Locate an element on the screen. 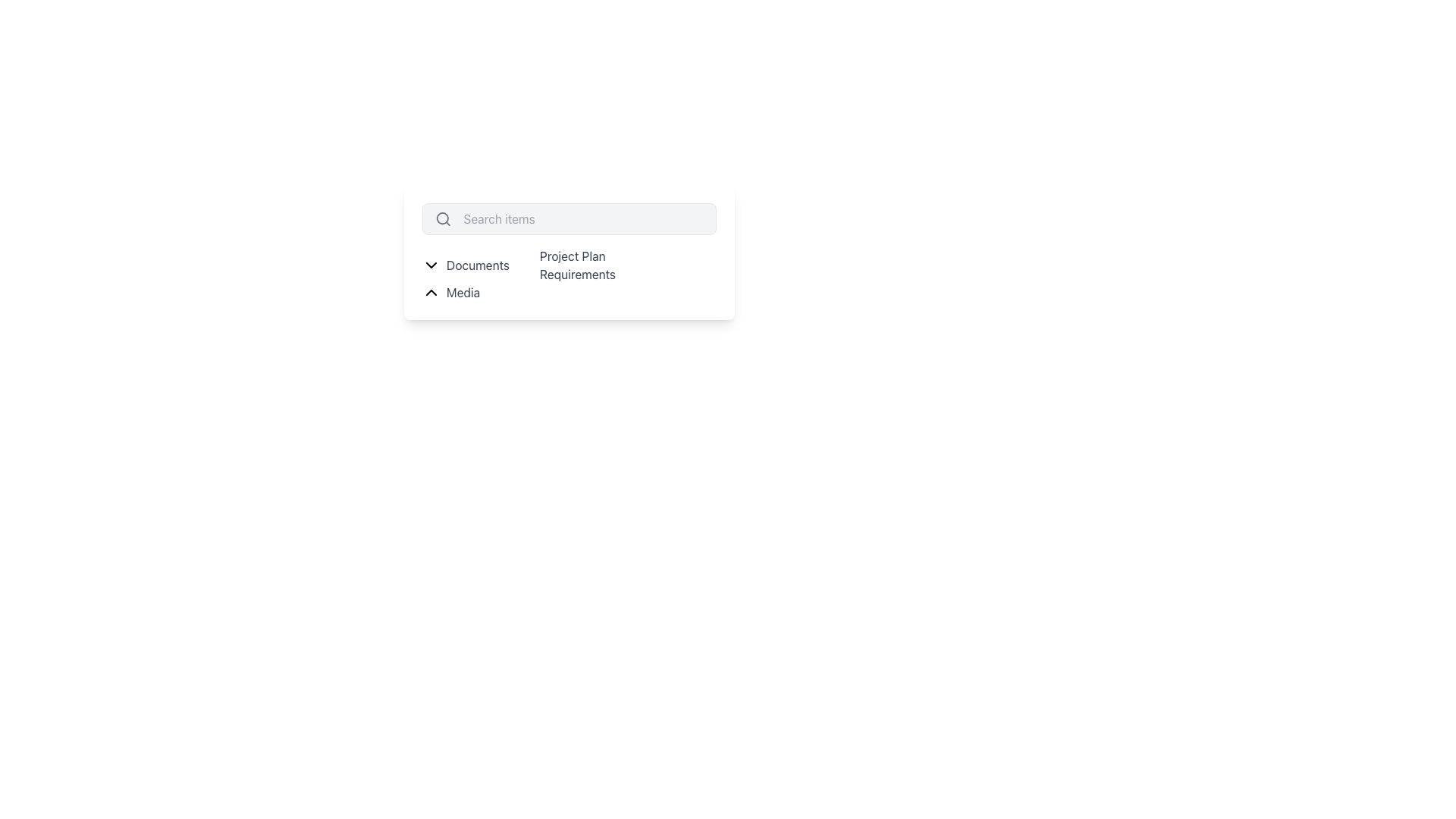 The image size is (1456, 819). the collapsible section of the Collapsible Panel and Search Bar is located at coordinates (568, 311).